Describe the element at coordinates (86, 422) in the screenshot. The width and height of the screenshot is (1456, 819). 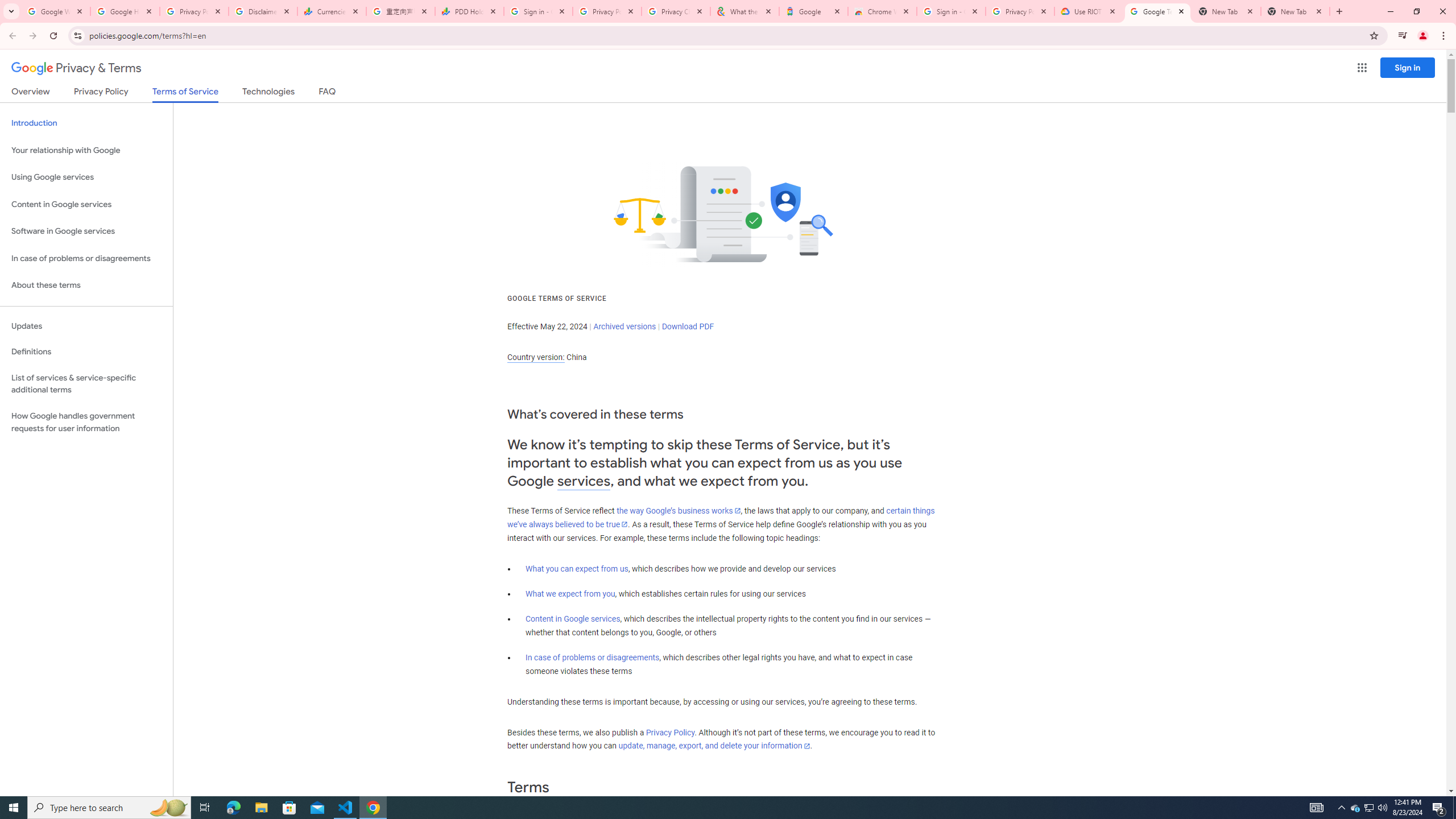
I see `'How Google handles government requests for user information'` at that location.